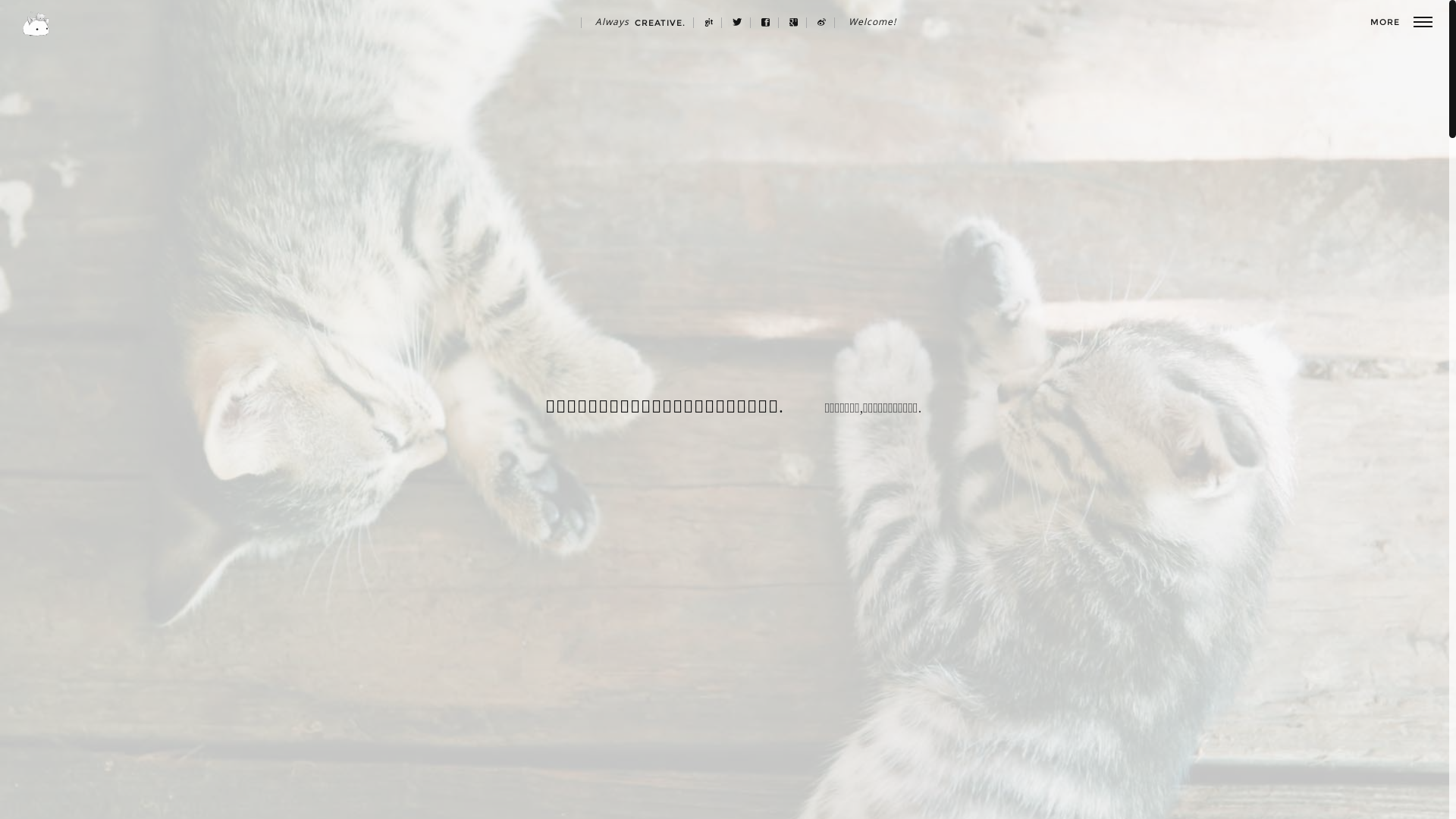 This screenshot has height=819, width=1456. I want to click on 'Twitter', so click(738, 23).